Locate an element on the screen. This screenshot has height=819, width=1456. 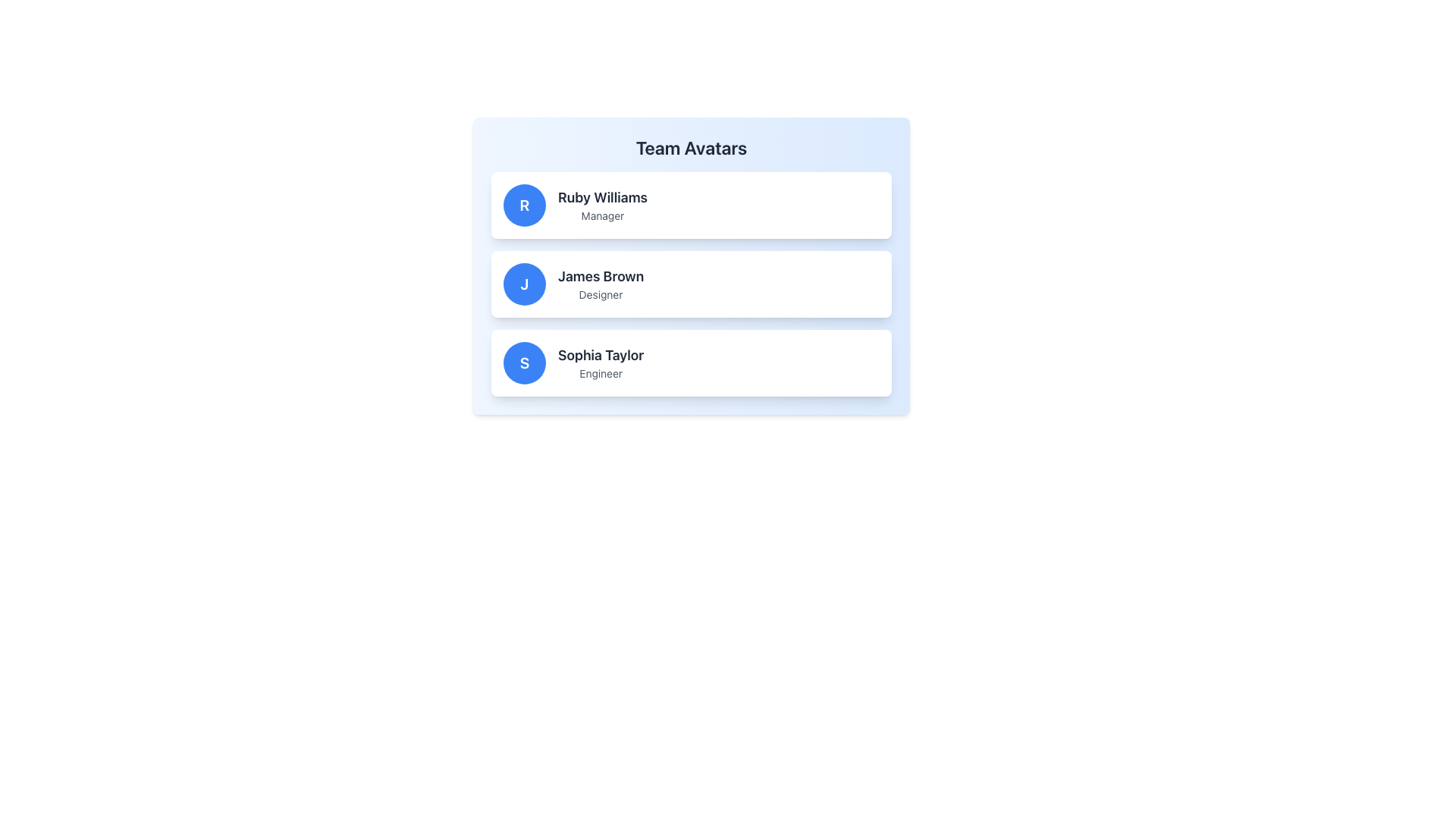
the text label displaying the name 'Sophia Taylor', which identifies an individual in the team context, located in the bottom card of the 'Team Avatars' group is located at coordinates (600, 356).